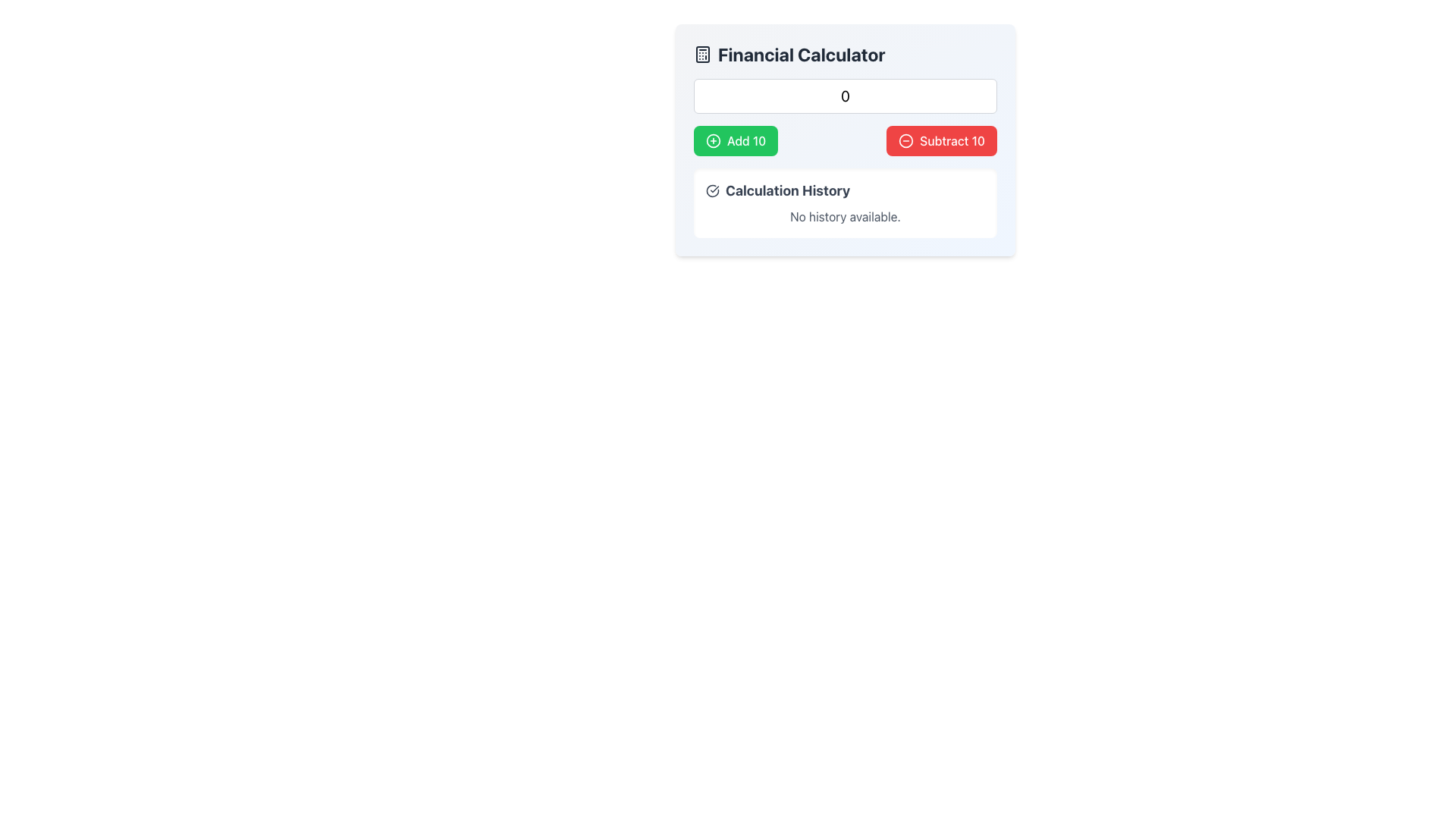  What do you see at coordinates (736, 140) in the screenshot?
I see `the green button labeled 'Add 10'` at bounding box center [736, 140].